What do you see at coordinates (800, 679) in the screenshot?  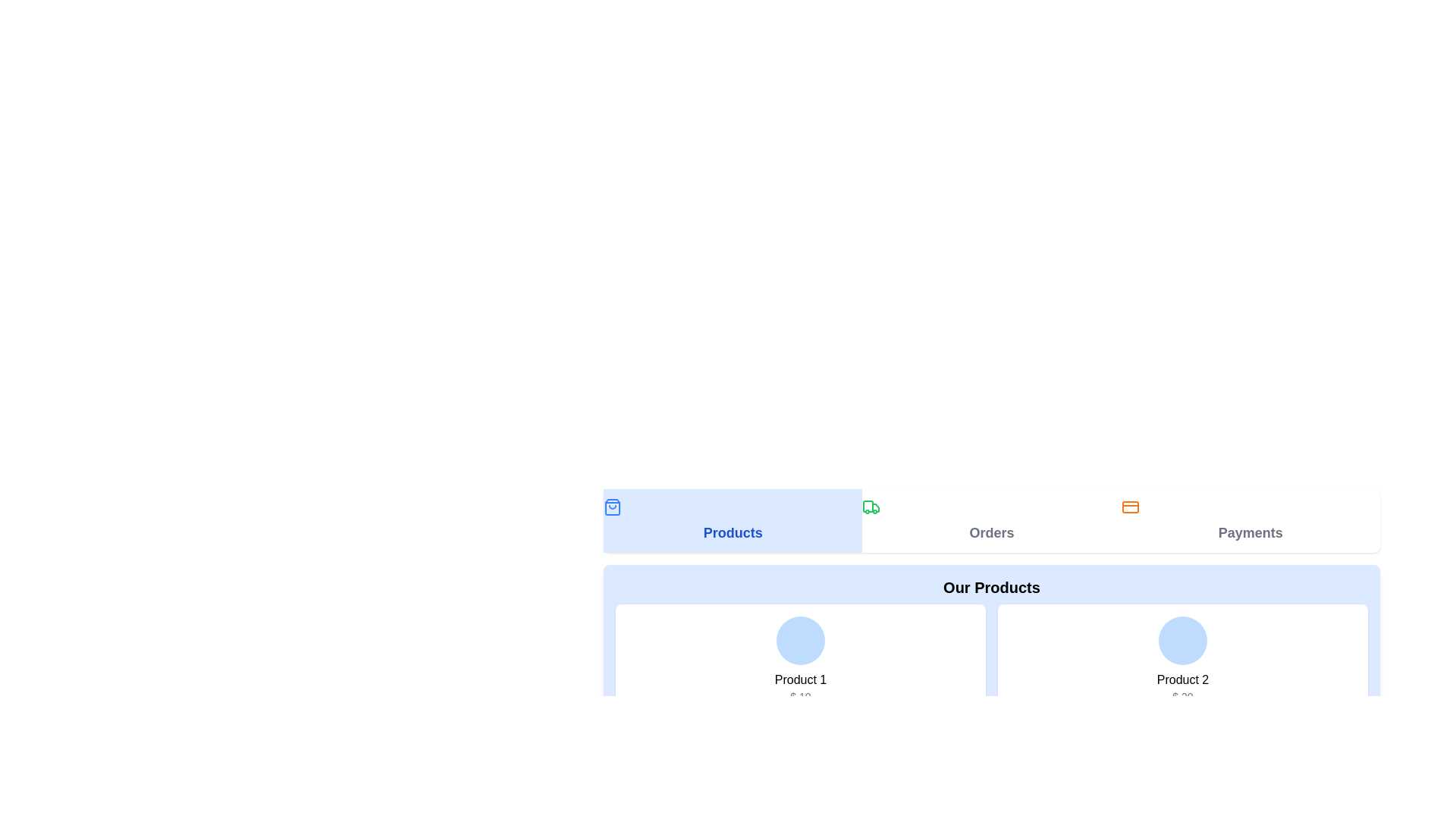 I see `text displayed in the 'Product 1' label located under the 'Our Products' title, positioned between a blue circular image and a price label ('$ 10')` at bounding box center [800, 679].